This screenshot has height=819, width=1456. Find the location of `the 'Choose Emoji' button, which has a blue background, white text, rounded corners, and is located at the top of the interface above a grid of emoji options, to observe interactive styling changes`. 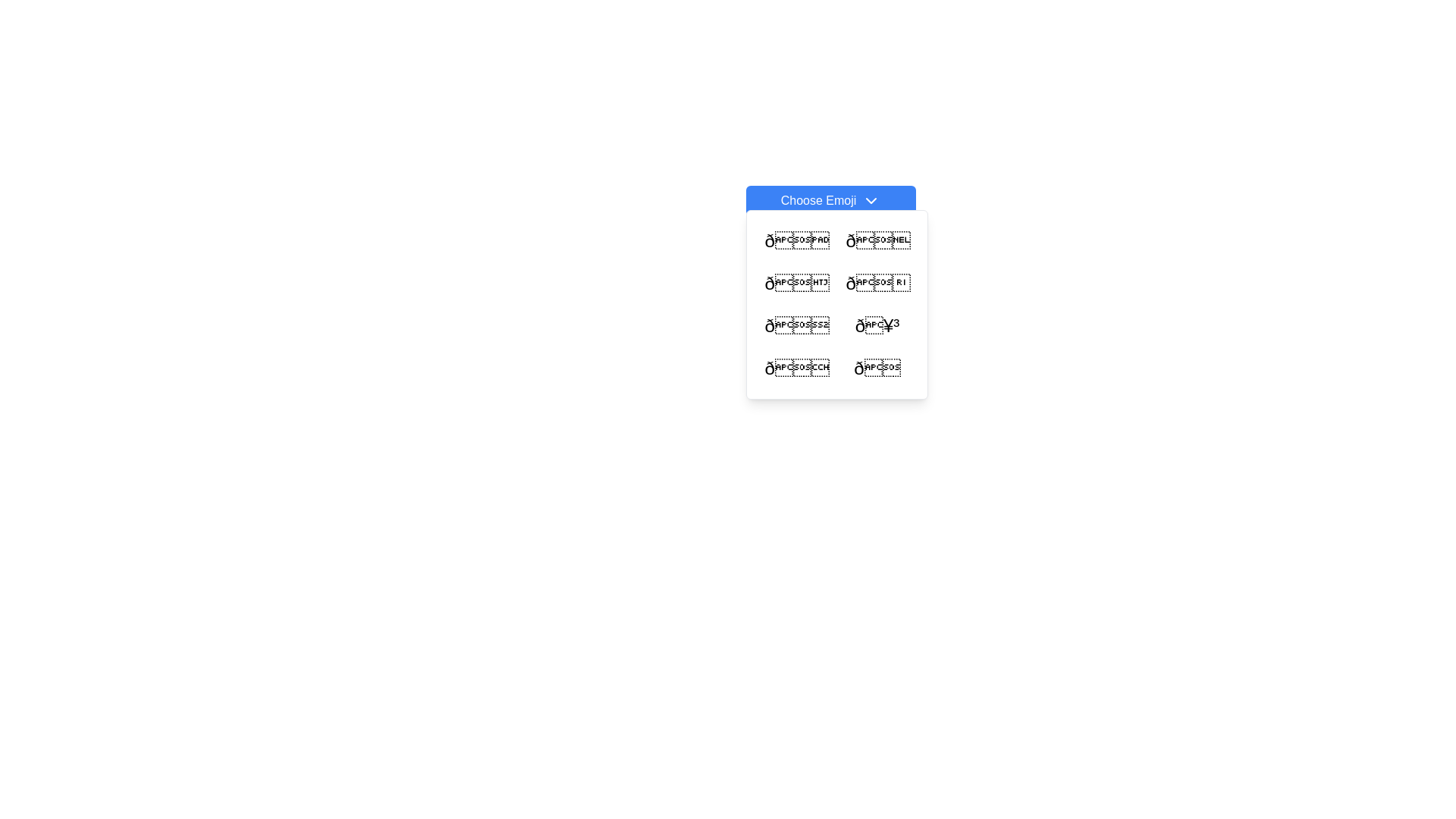

the 'Choose Emoji' button, which has a blue background, white text, rounded corners, and is located at the top of the interface above a grid of emoji options, to observe interactive styling changes is located at coordinates (830, 200).